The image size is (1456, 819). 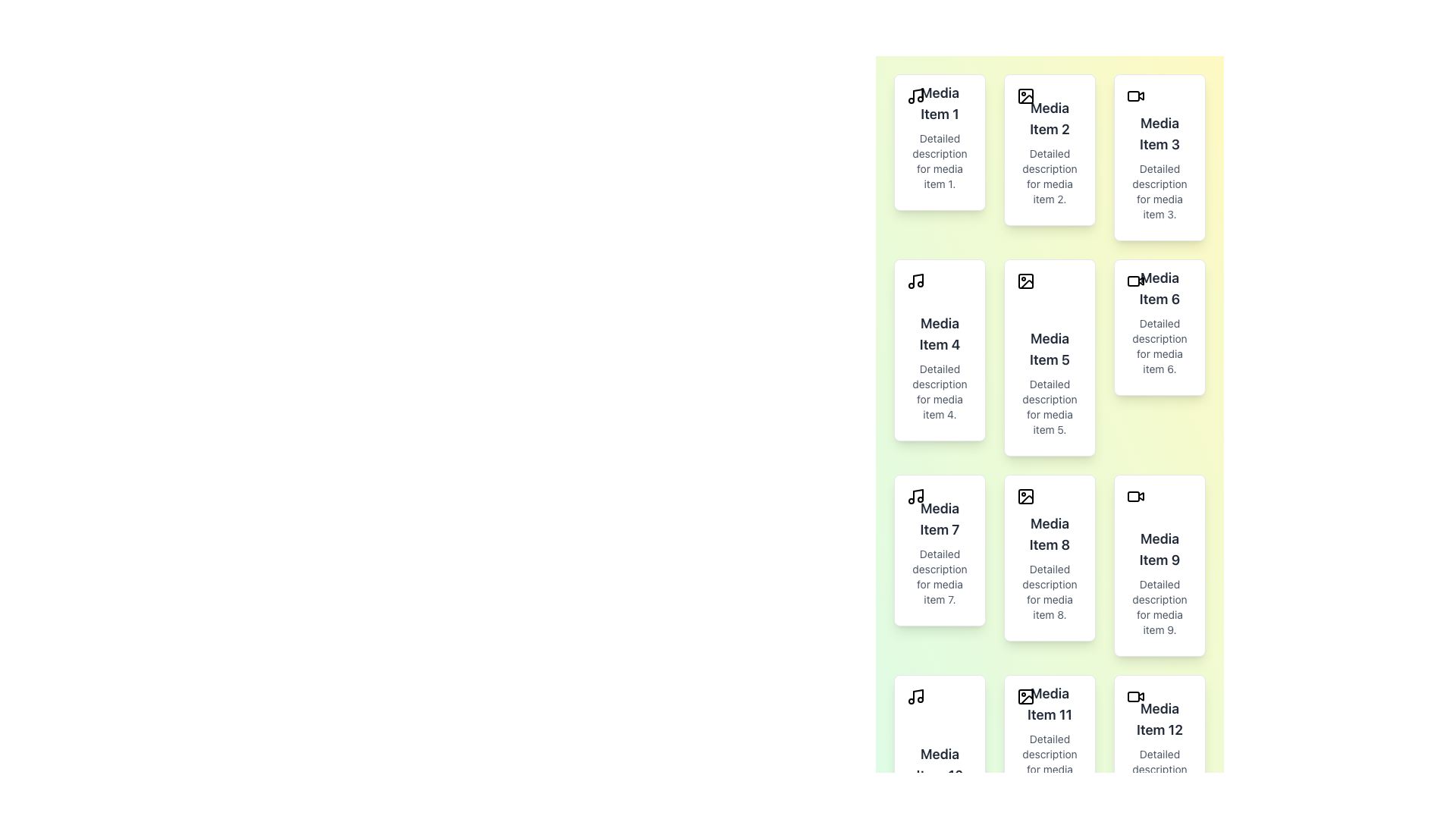 What do you see at coordinates (1133, 96) in the screenshot?
I see `the icon representing 'Media Item 3' located centrally within its card in the top-right area of the grid layout` at bounding box center [1133, 96].